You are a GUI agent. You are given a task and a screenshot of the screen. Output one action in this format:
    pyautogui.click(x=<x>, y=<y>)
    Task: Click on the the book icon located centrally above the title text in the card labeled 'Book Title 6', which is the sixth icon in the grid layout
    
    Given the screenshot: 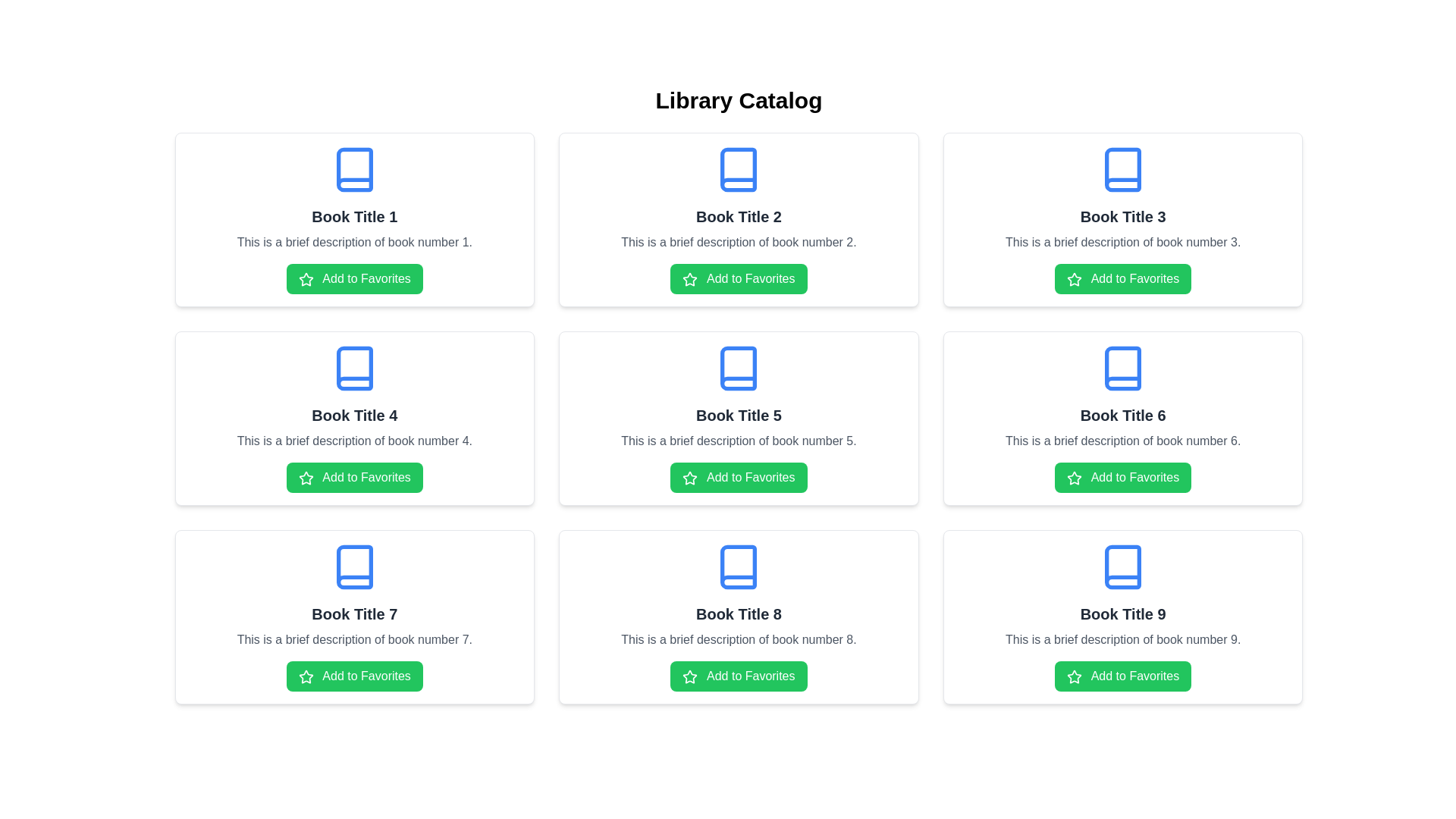 What is the action you would take?
    pyautogui.click(x=1123, y=369)
    